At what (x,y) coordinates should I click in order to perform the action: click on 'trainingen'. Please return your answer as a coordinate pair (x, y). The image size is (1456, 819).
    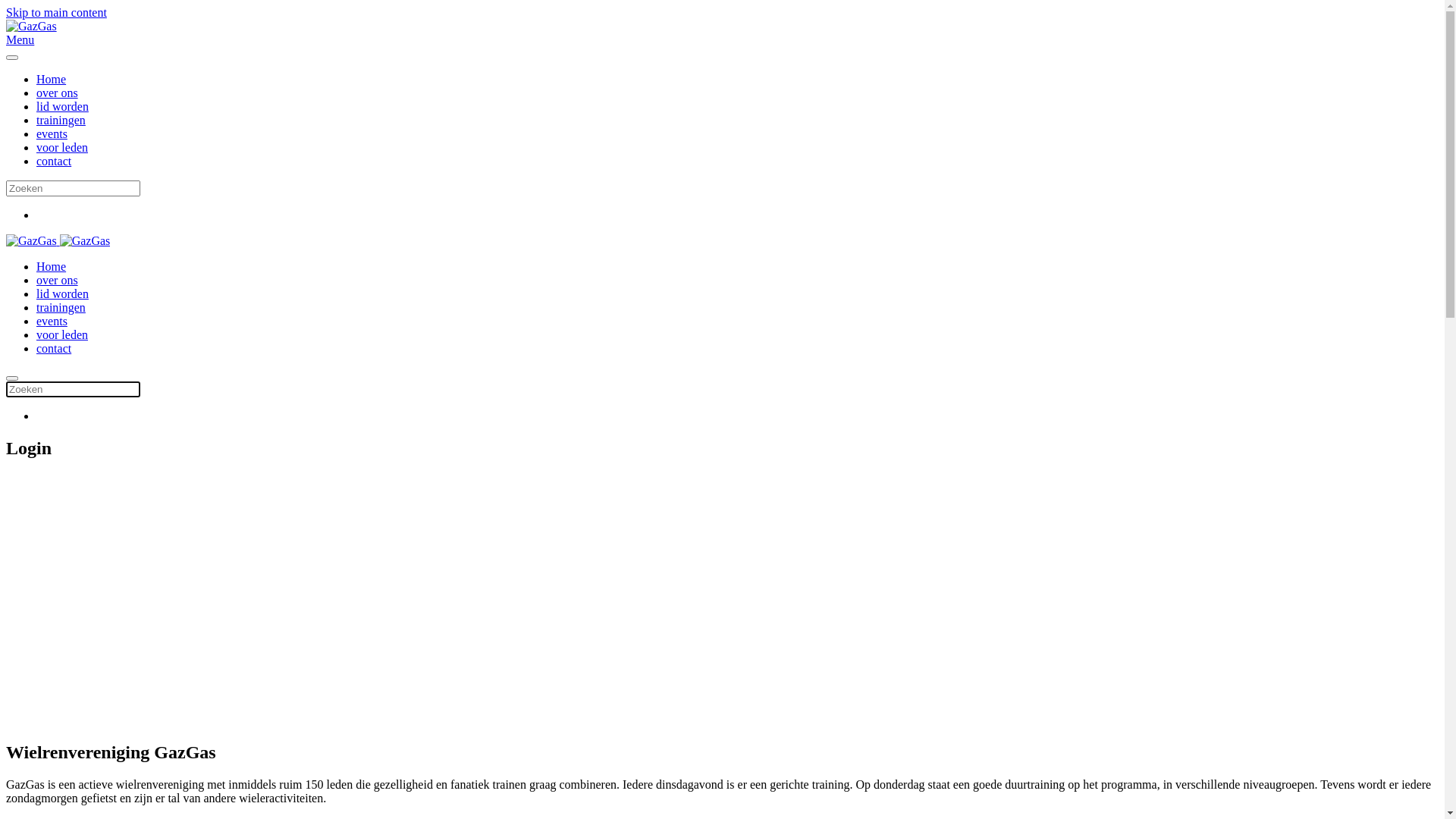
    Looking at the image, I should click on (61, 307).